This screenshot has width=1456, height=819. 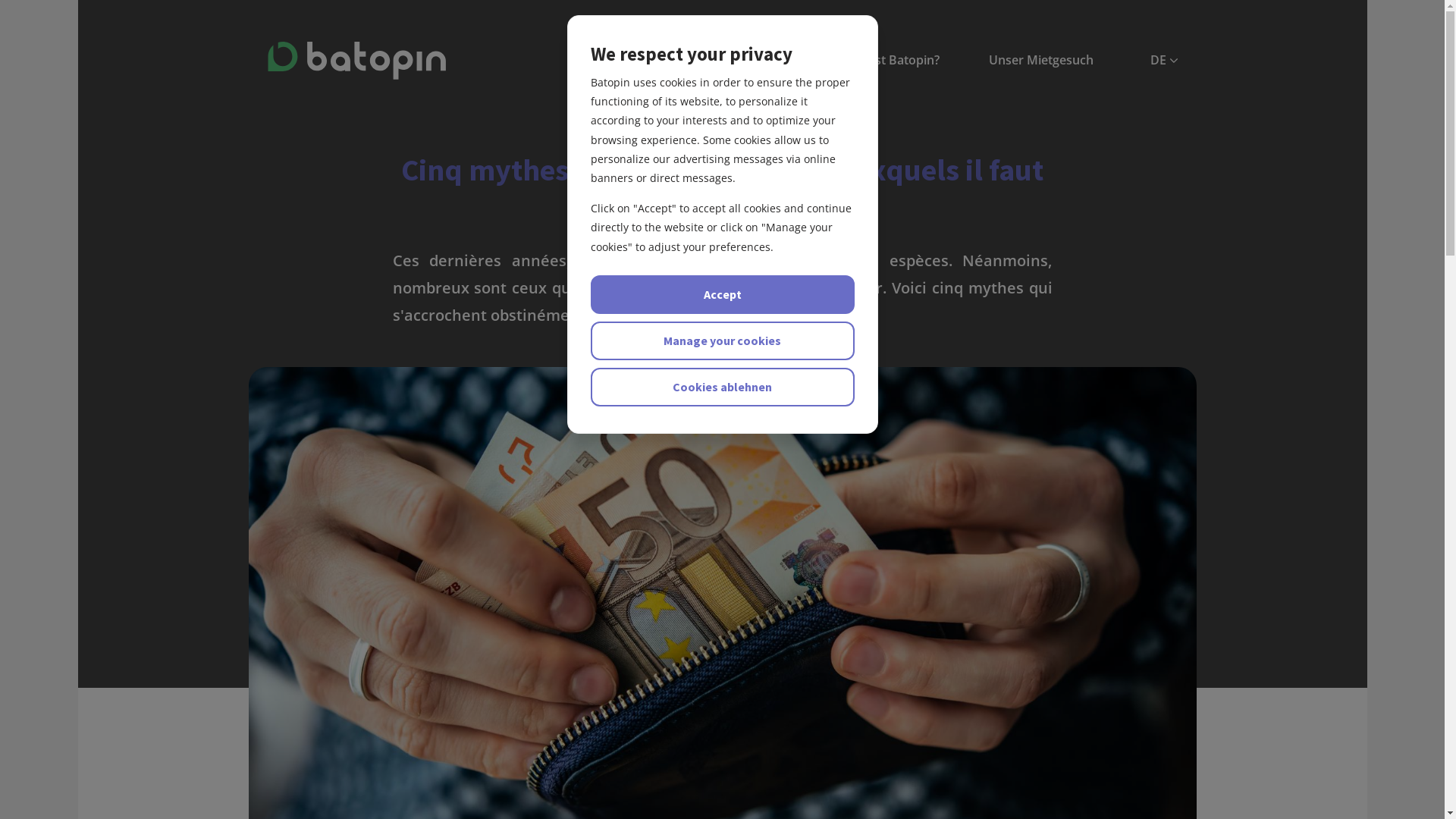 I want to click on 'Batopin logo', so click(x=355, y=60).